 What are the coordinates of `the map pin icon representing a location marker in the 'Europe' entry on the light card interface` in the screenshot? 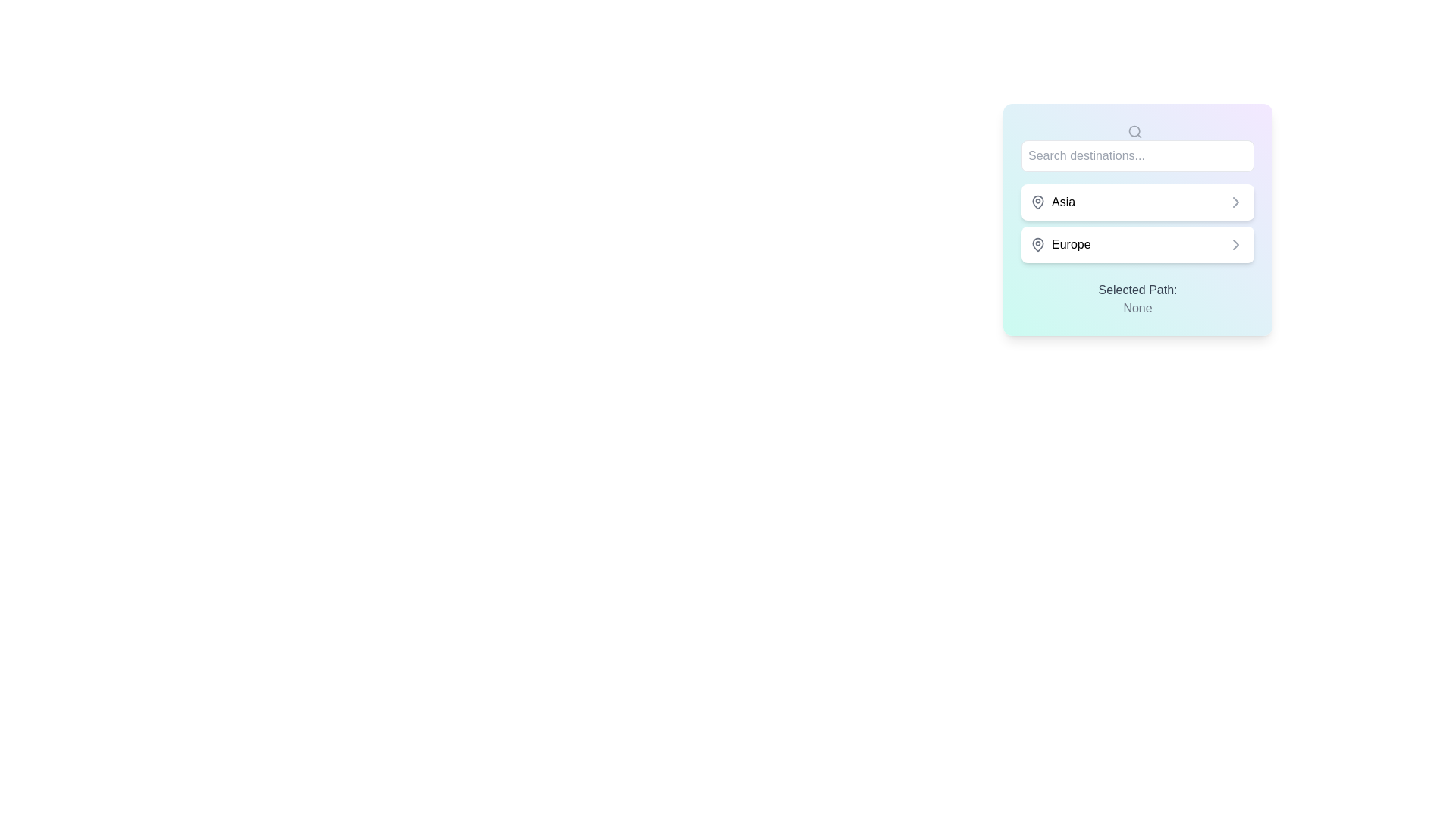 It's located at (1037, 243).